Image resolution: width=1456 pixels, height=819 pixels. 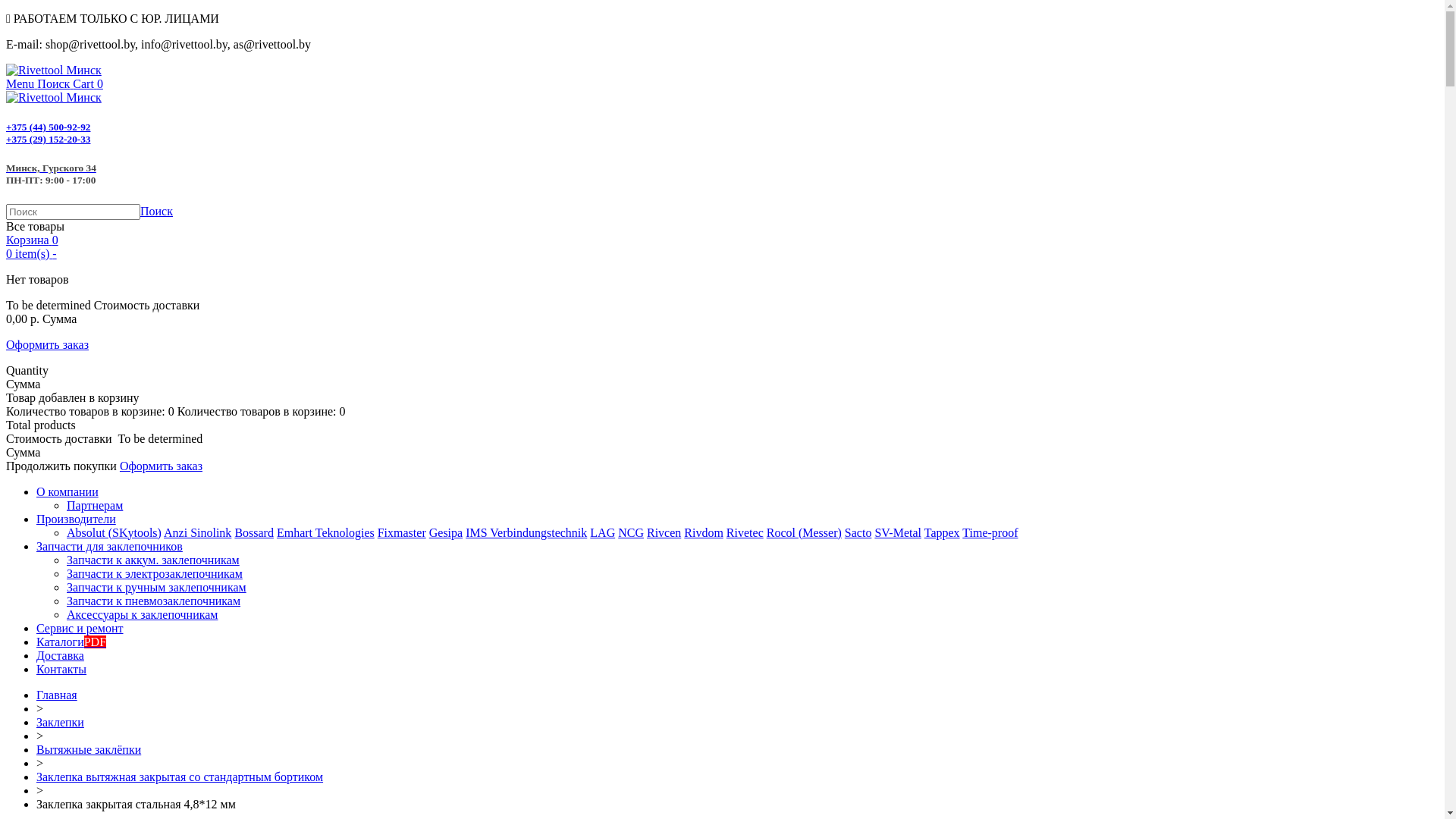 What do you see at coordinates (48, 139) in the screenshot?
I see `'+375 (29) 152-20-33'` at bounding box center [48, 139].